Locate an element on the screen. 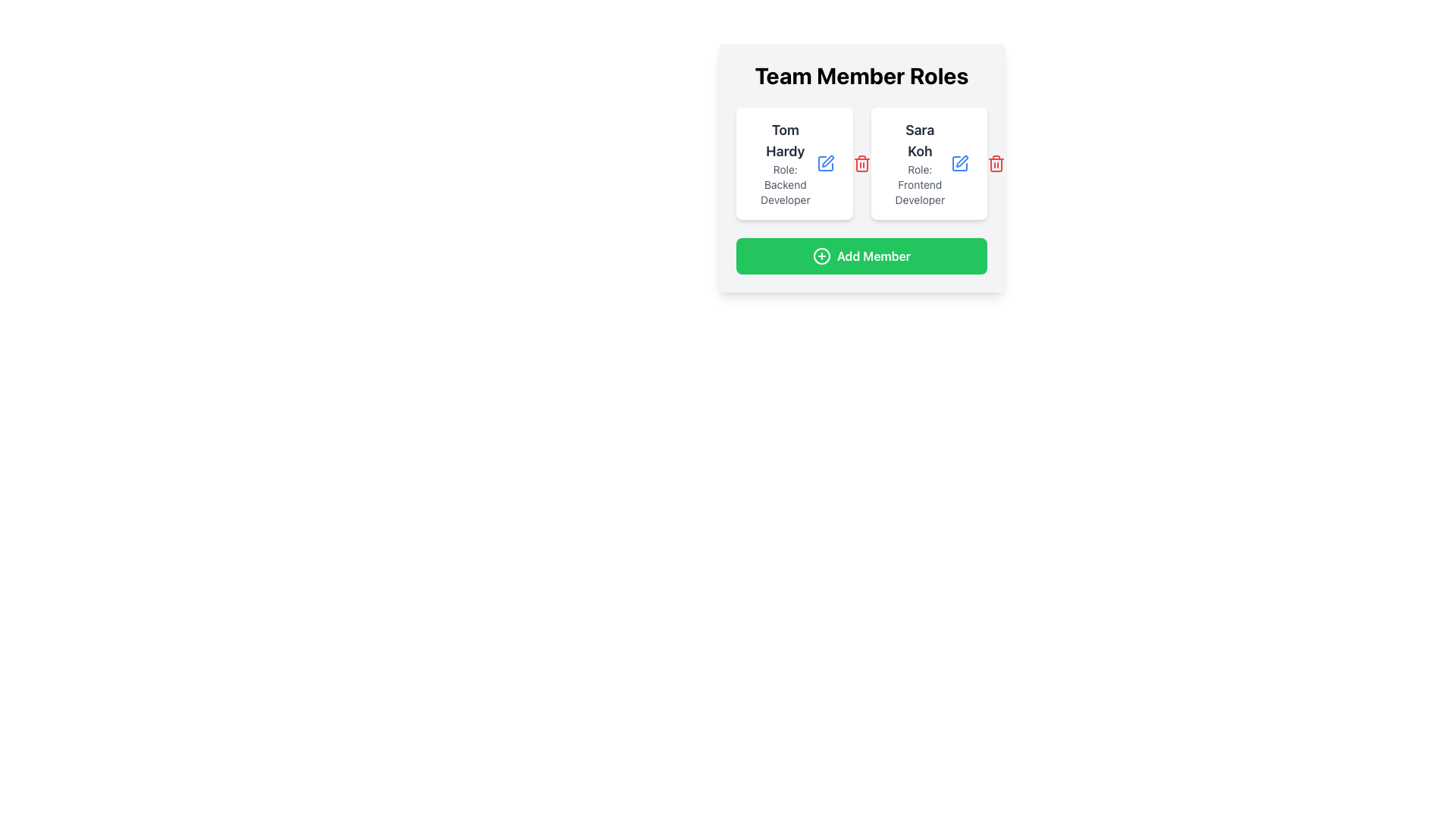 The height and width of the screenshot is (819, 1456). the delete button located at the far right of the card labeled 'Sara Koh Role: Frontend Developer' to change its background color is located at coordinates (996, 164).